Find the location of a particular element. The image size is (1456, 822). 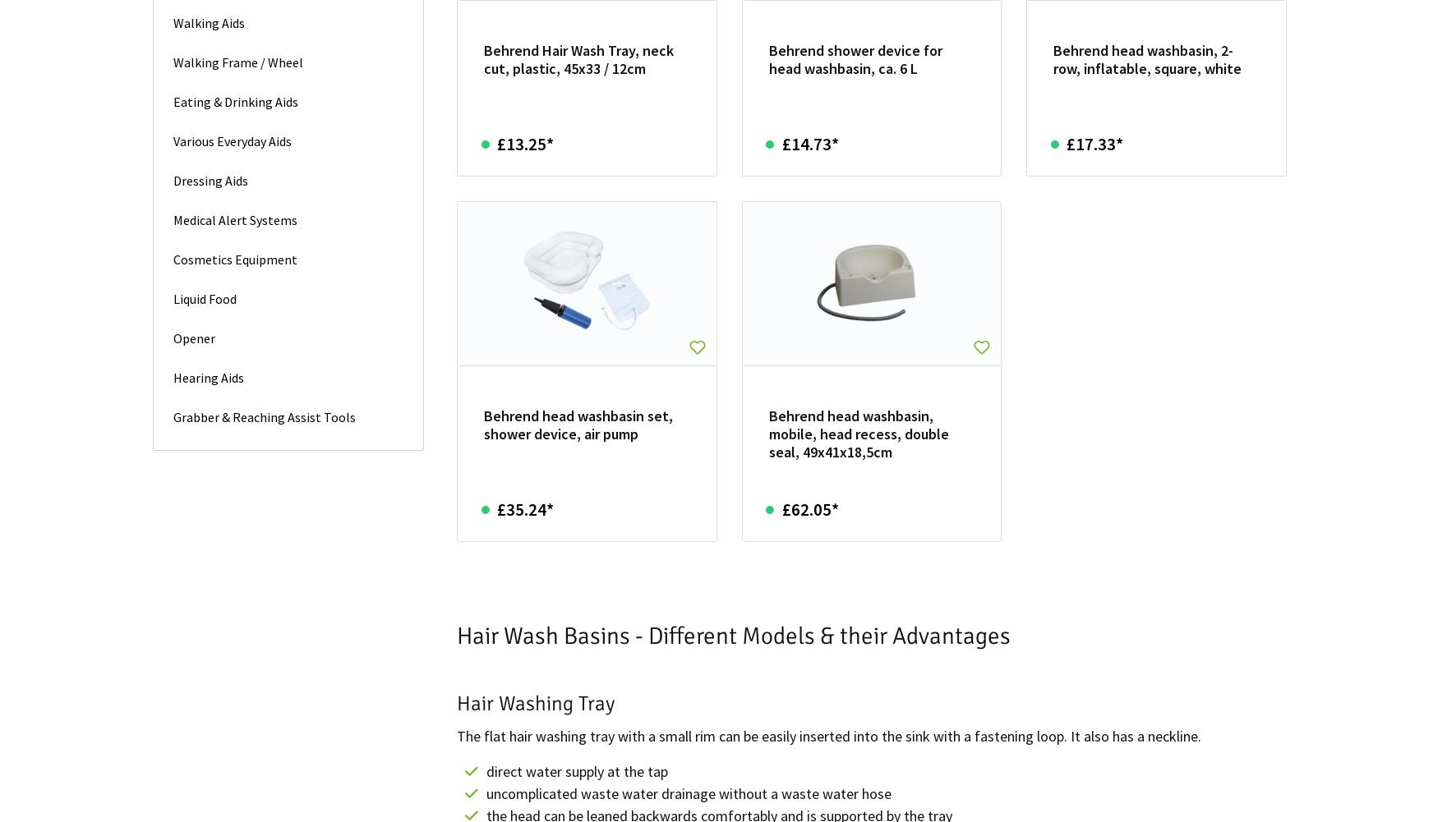

'Liquid Food' is located at coordinates (204, 296).